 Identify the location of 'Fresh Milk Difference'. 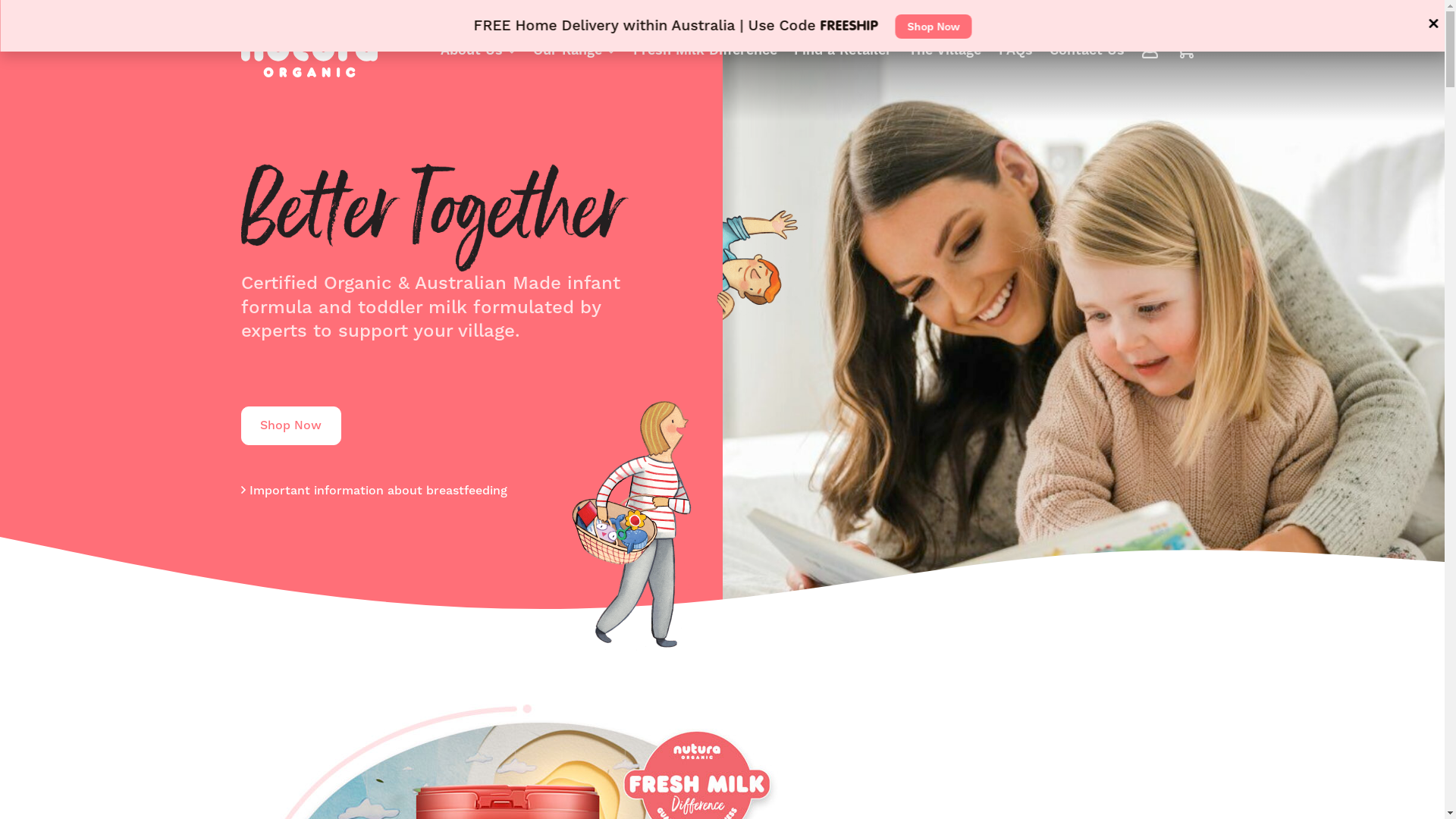
(704, 49).